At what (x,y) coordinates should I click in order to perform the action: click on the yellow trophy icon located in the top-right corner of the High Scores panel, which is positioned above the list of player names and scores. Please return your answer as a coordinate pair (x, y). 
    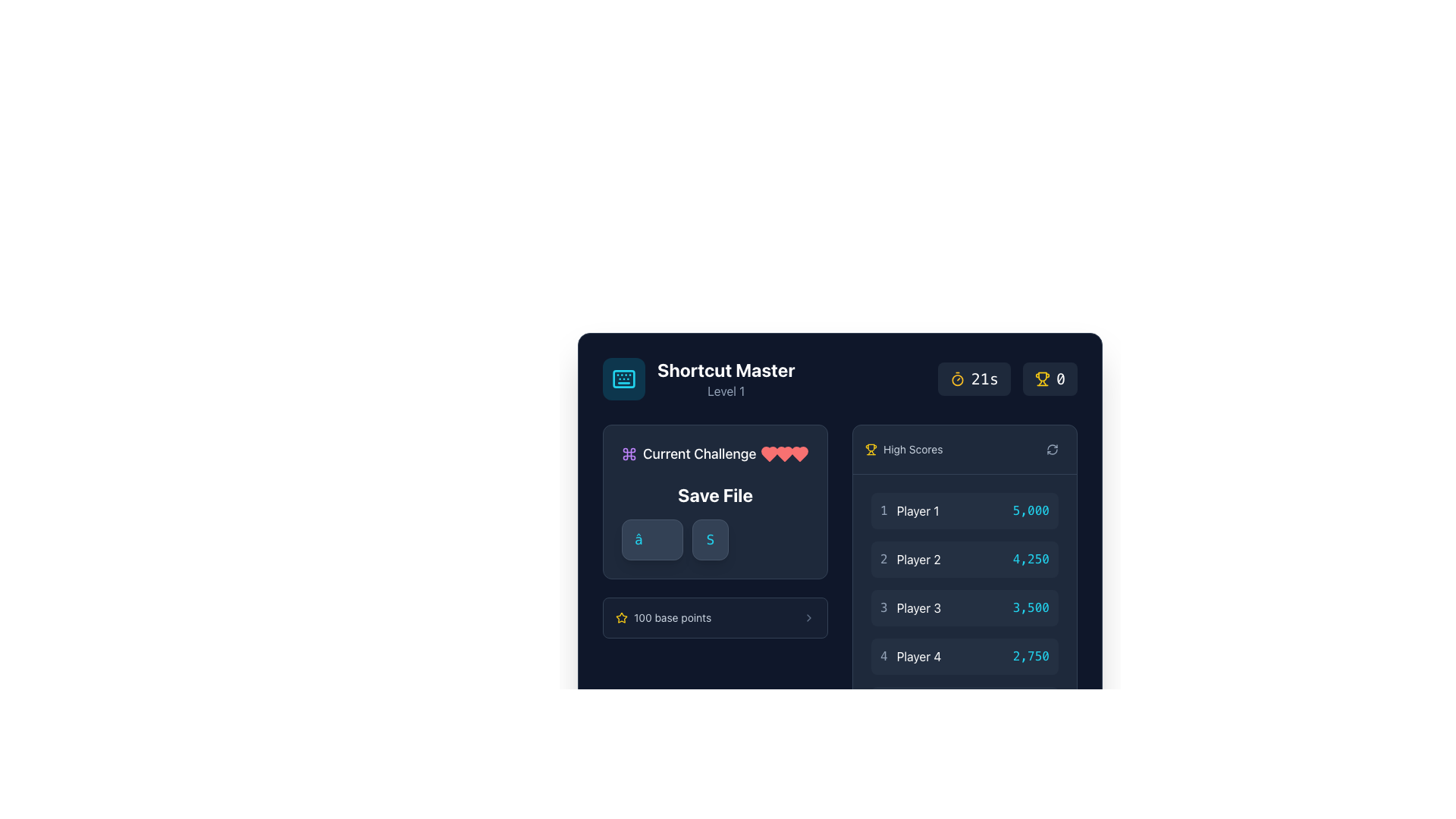
    Looking at the image, I should click on (871, 447).